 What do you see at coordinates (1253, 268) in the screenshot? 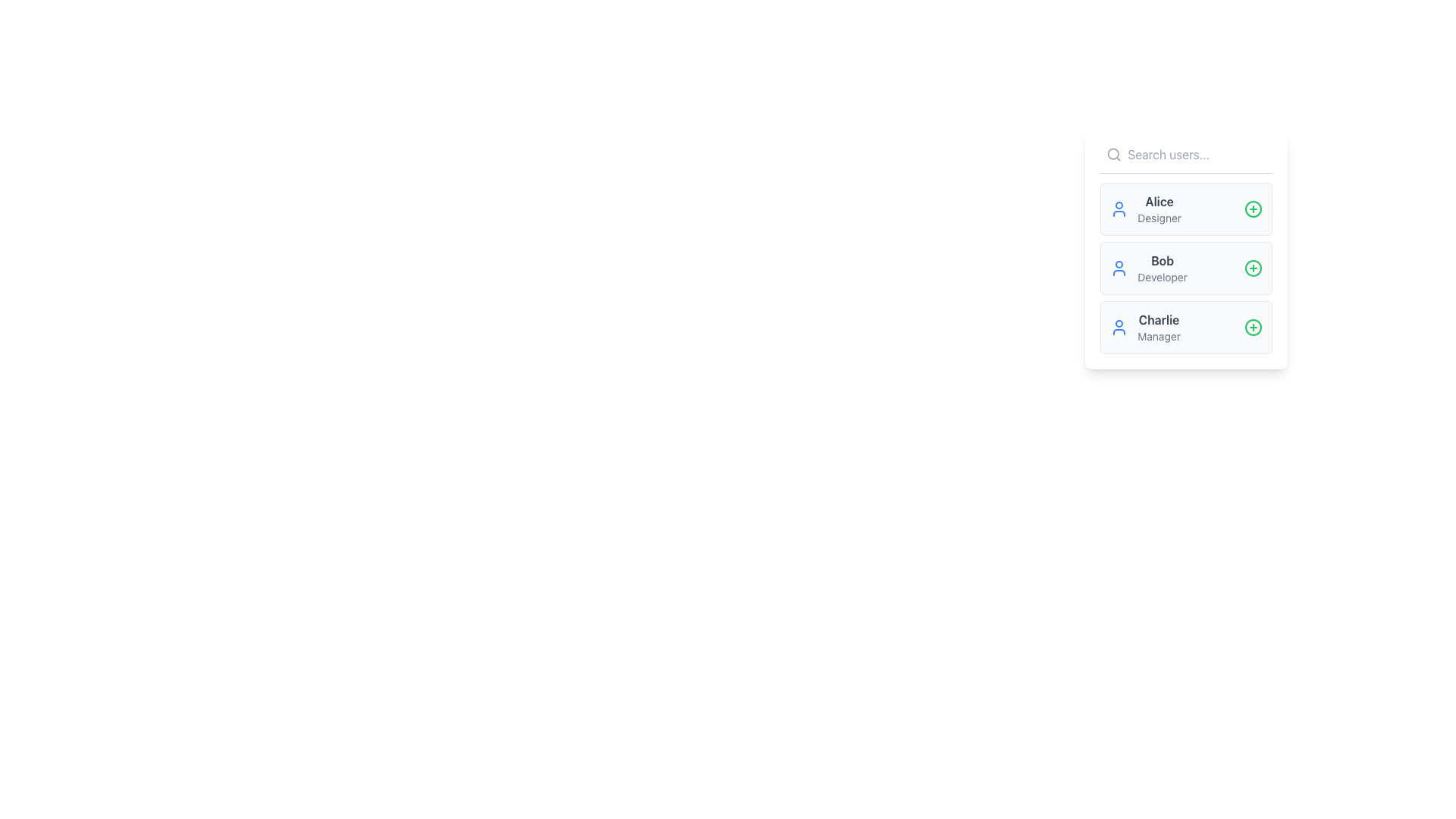
I see `the layout of the Circle graphic element, which serves as the circular border of an interactive plus button located to the right of 'Bob, Developer'` at bounding box center [1253, 268].